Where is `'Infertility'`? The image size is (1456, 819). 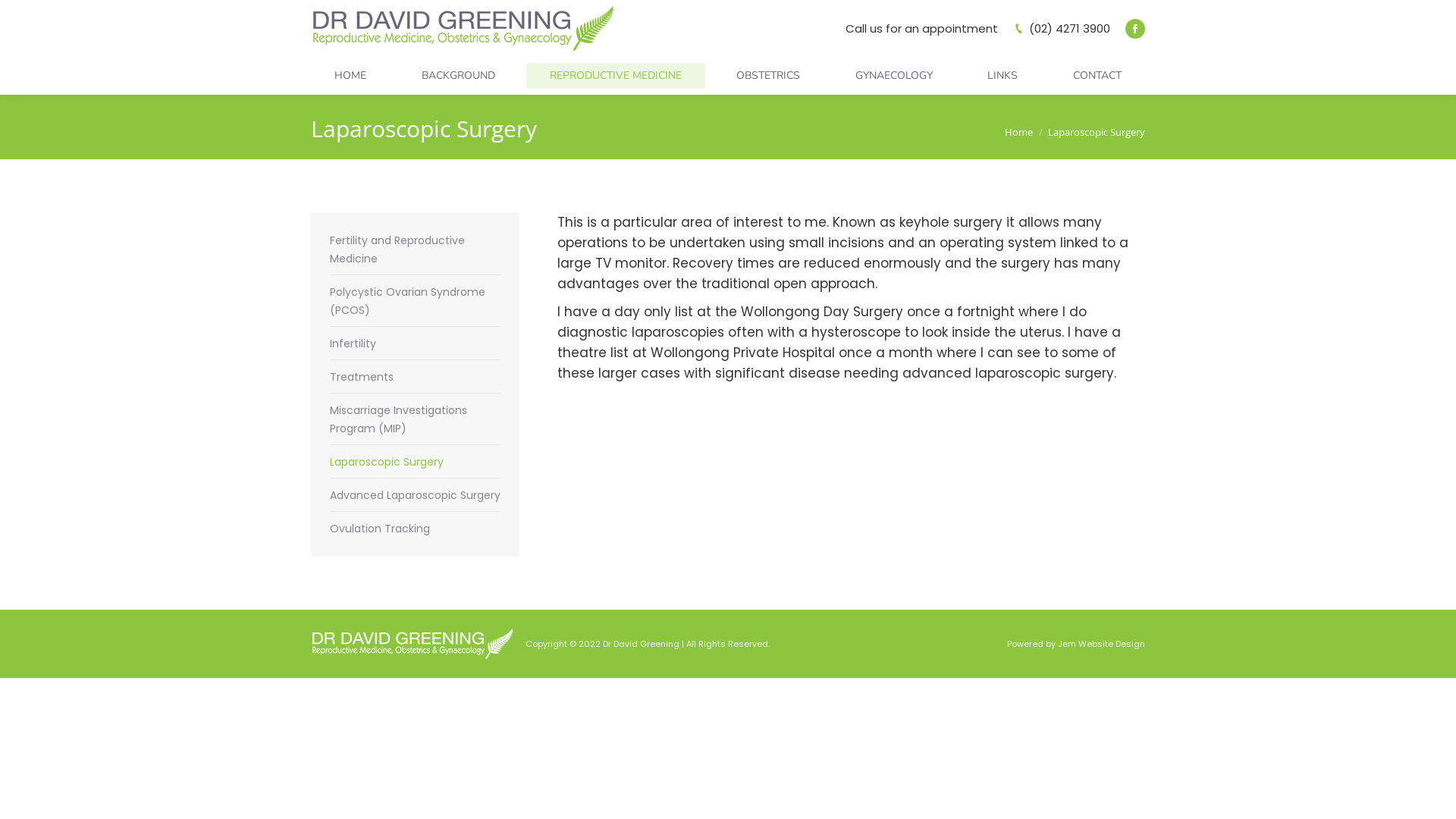 'Infertility' is located at coordinates (352, 343).